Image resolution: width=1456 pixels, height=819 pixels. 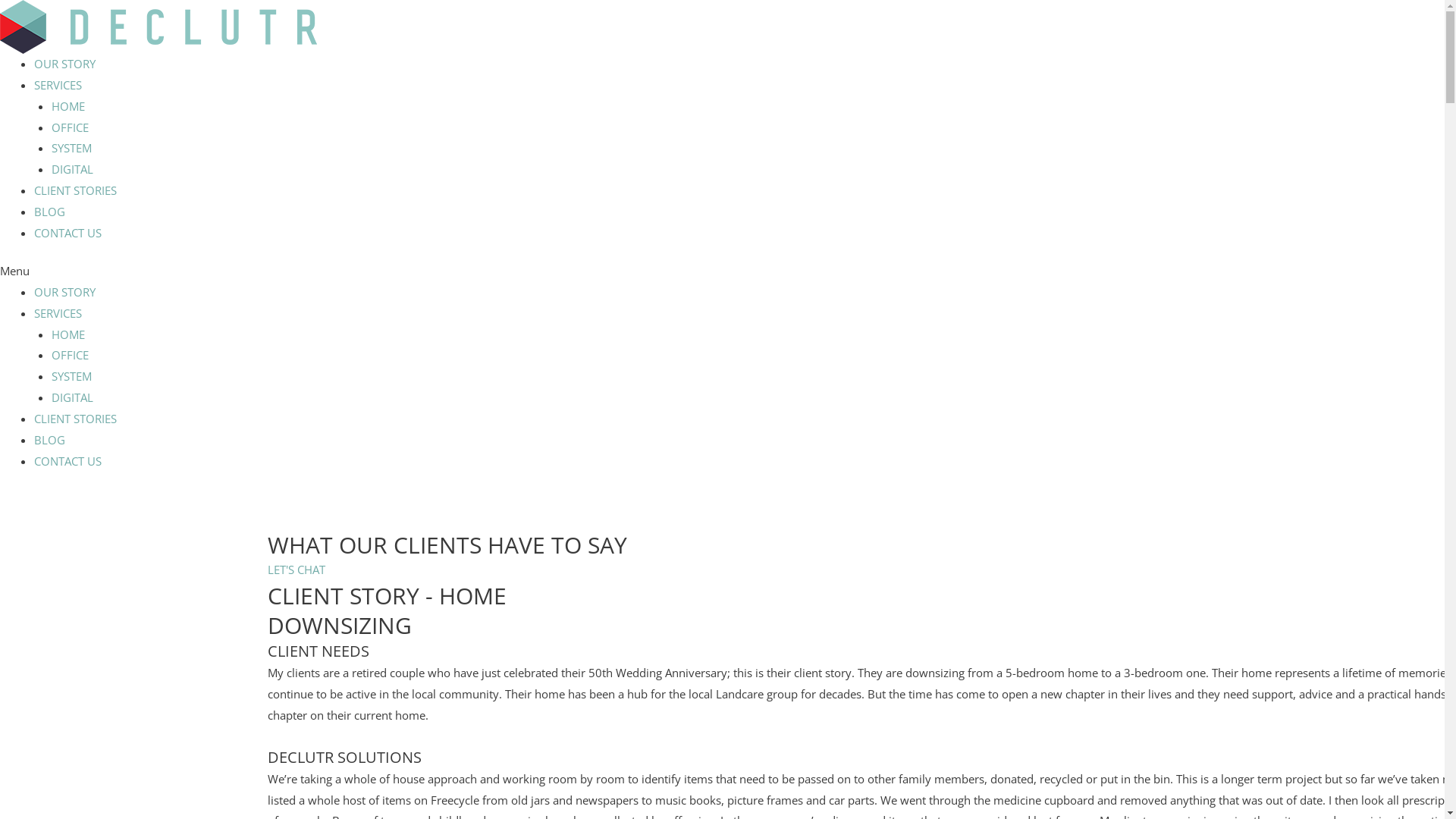 What do you see at coordinates (58, 84) in the screenshot?
I see `'SERVICES'` at bounding box center [58, 84].